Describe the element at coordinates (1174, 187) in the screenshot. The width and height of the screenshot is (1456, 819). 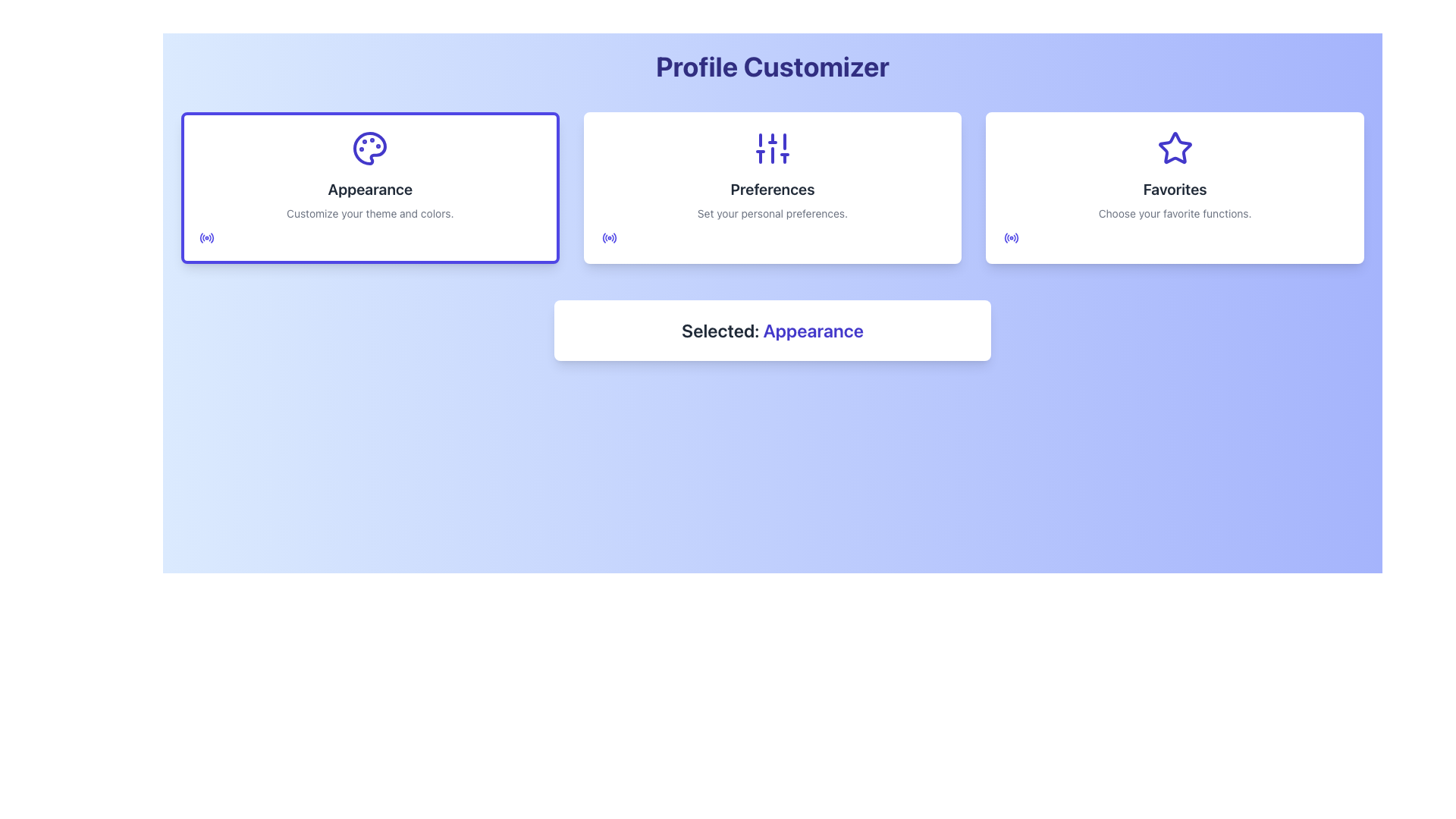
I see `the card element with a white background and a purple outlined star icon at the top, labeled 'Favorites' with the description 'Choose your favorite functions.'` at that location.